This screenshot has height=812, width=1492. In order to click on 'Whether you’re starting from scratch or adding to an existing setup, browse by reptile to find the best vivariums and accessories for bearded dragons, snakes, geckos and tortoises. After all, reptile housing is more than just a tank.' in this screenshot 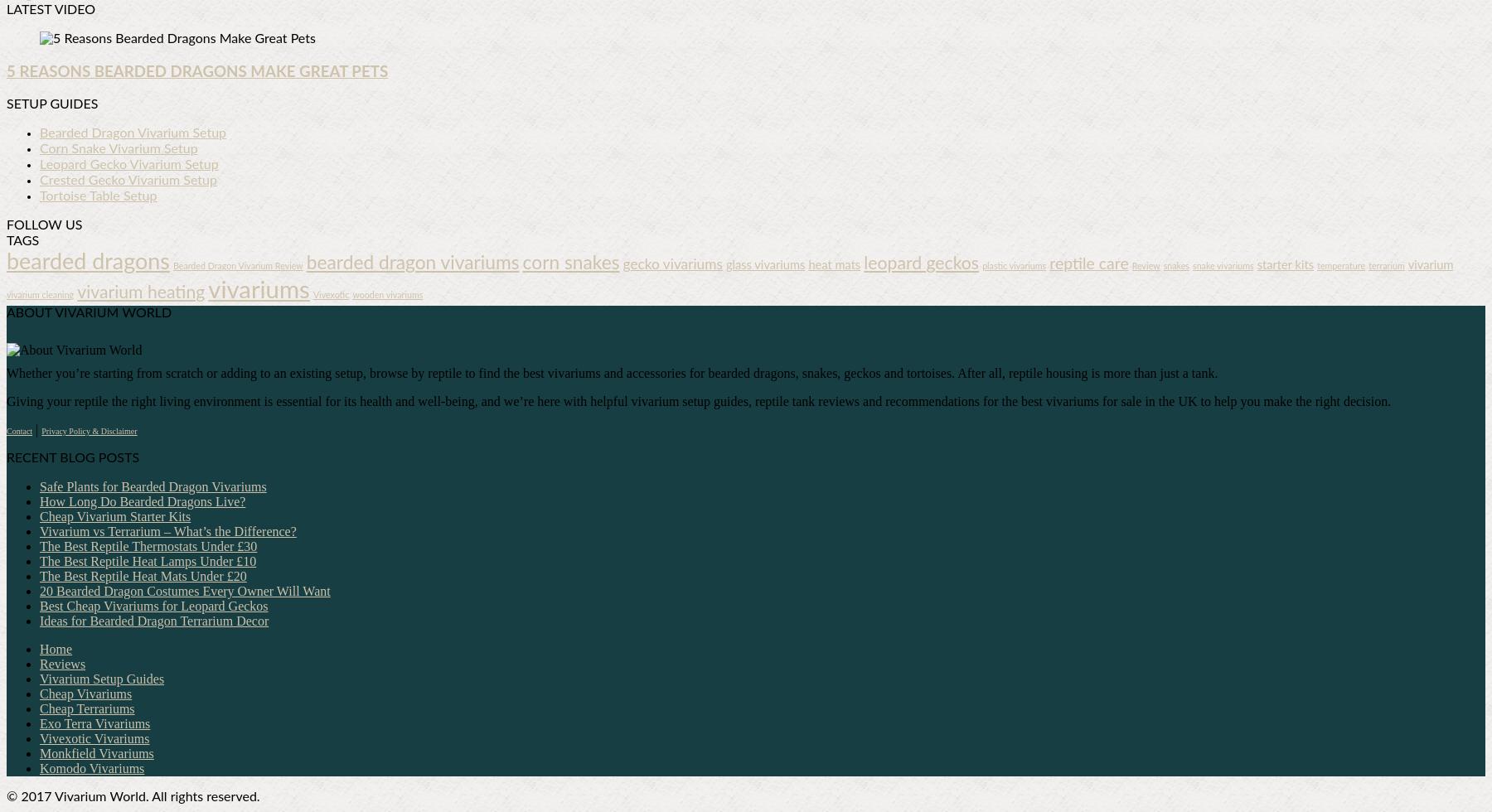, I will do `click(5, 373)`.